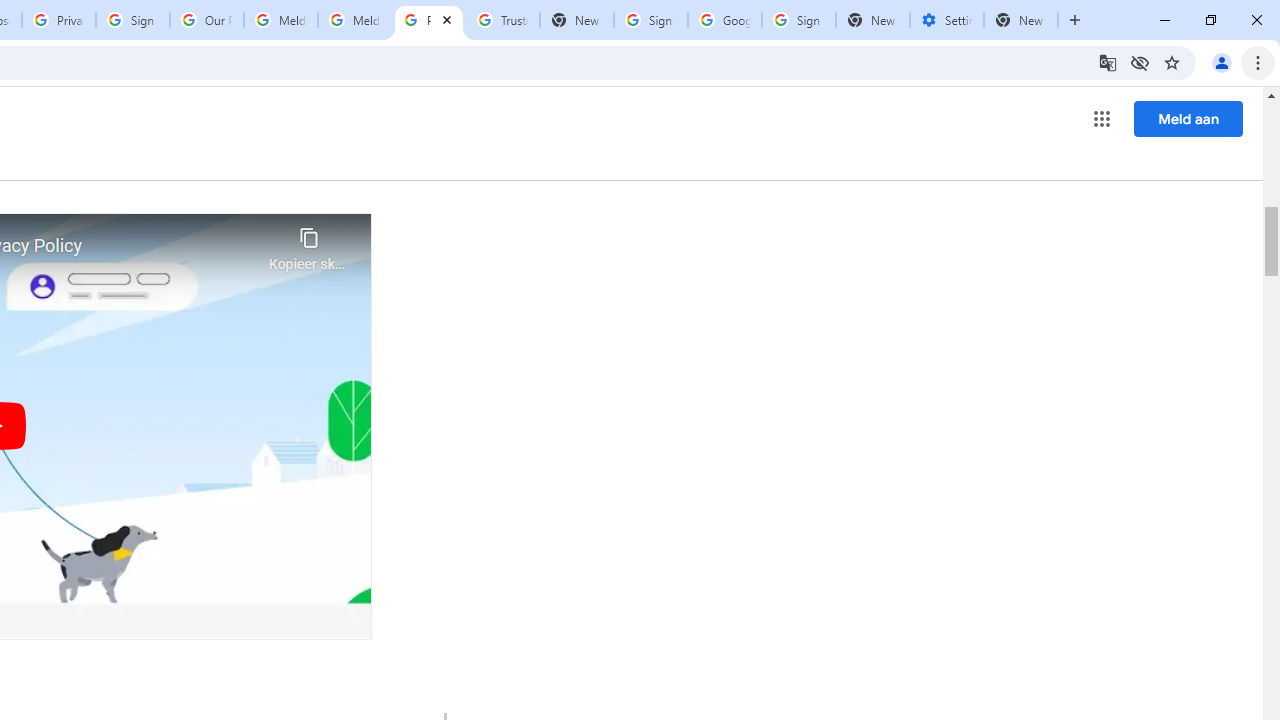 Image resolution: width=1280 pixels, height=720 pixels. Describe the element at coordinates (1021, 20) in the screenshot. I see `'New Tab'` at that location.